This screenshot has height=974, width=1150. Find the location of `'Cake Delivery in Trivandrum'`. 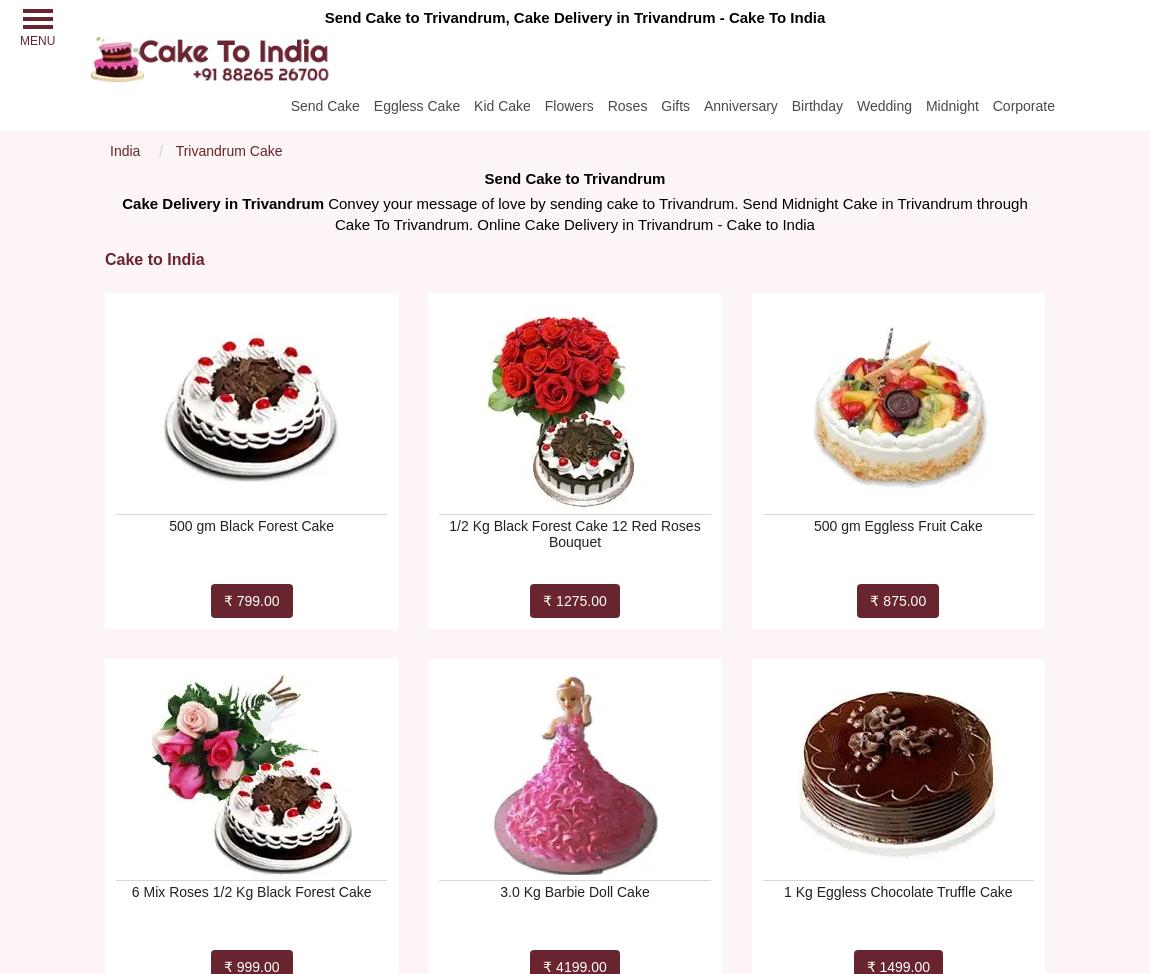

'Cake Delivery in Trivandrum' is located at coordinates (221, 202).